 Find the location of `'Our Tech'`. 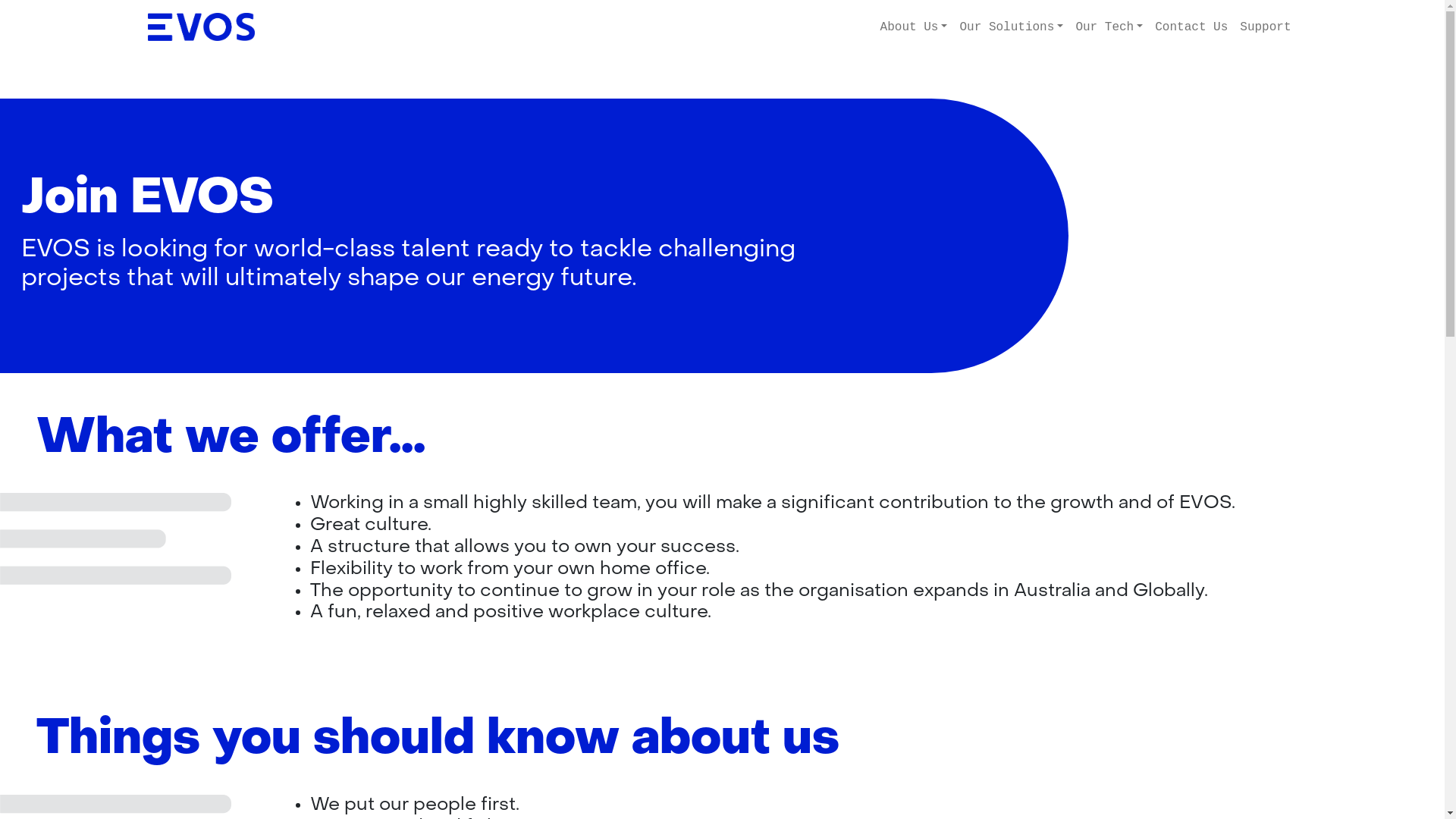

'Our Tech' is located at coordinates (1109, 27).